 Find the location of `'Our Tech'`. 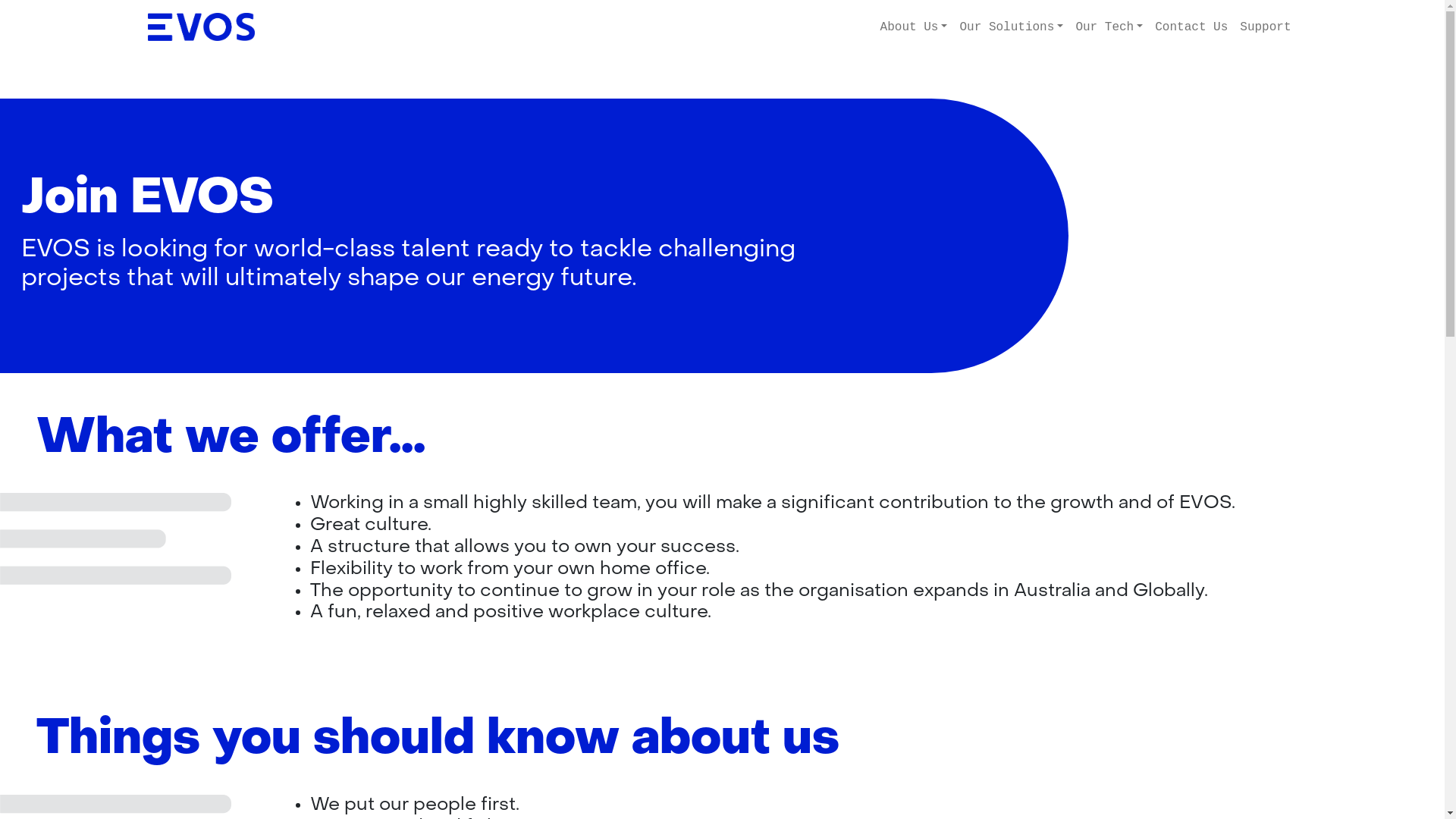

'Our Tech' is located at coordinates (1109, 27).